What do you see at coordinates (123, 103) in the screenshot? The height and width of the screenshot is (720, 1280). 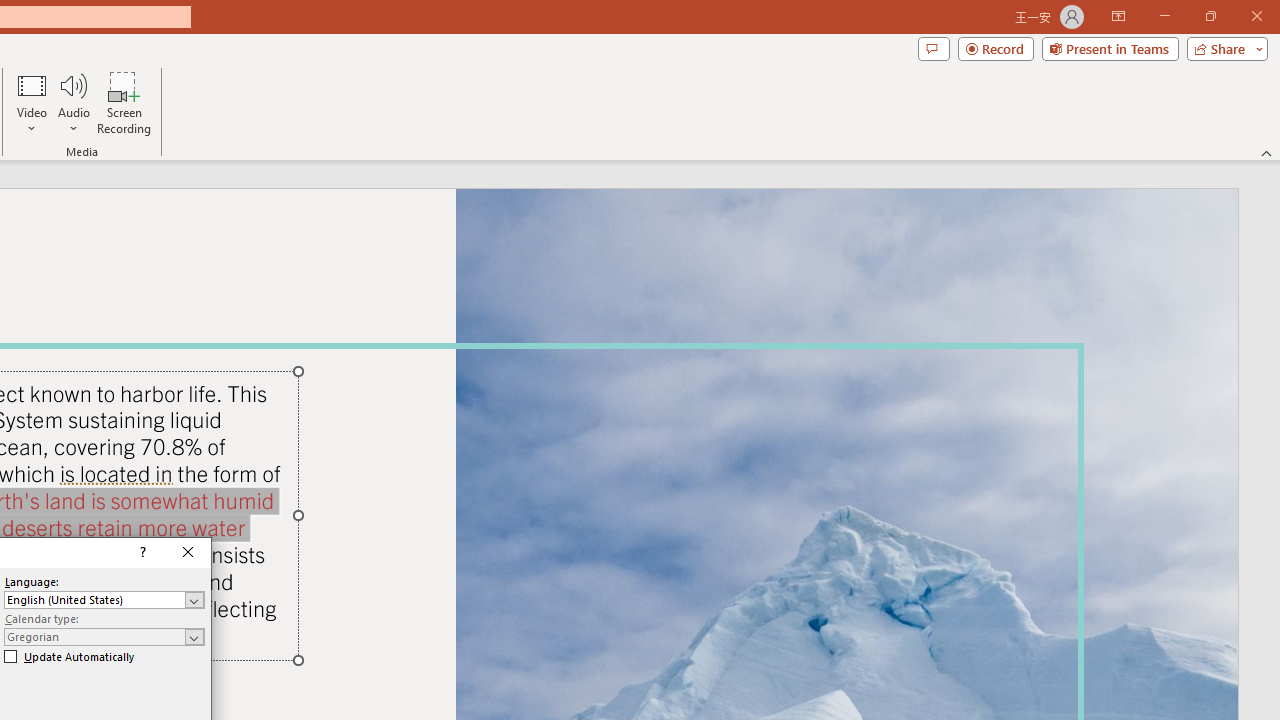 I see `'Screen Recording...'` at bounding box center [123, 103].